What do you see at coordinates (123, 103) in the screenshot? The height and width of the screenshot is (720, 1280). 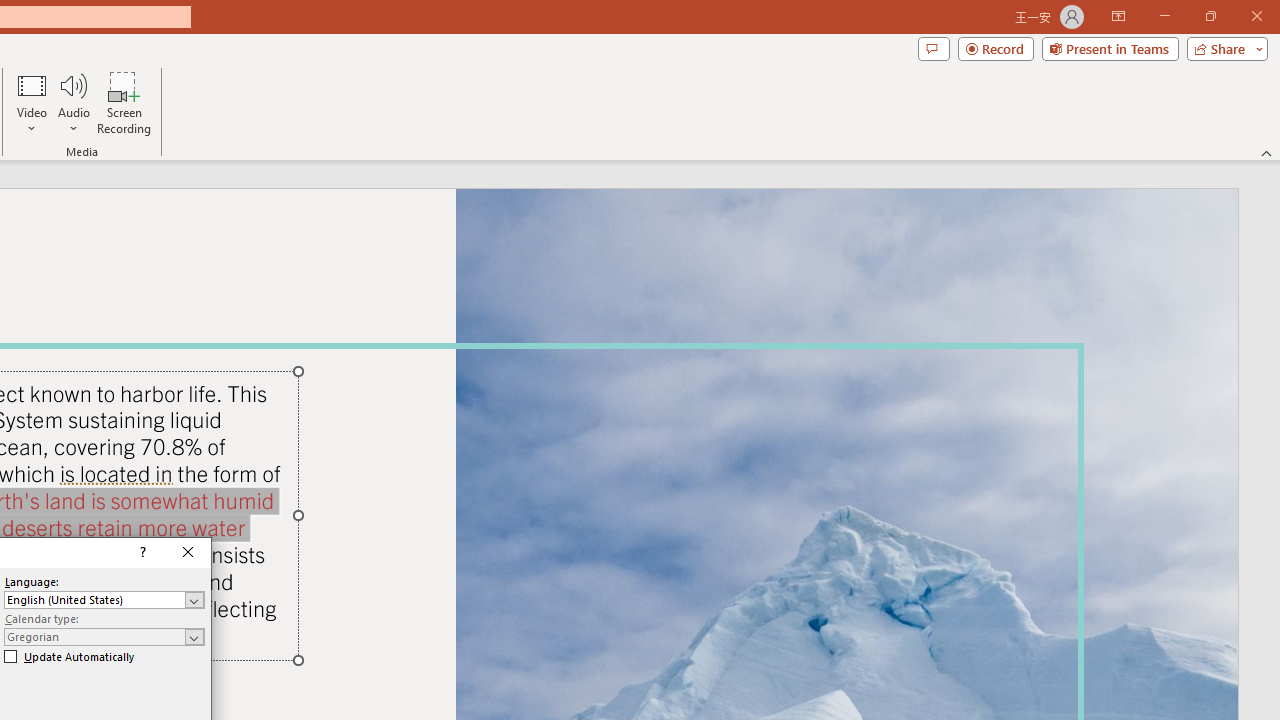 I see `'Screen Recording...'` at bounding box center [123, 103].